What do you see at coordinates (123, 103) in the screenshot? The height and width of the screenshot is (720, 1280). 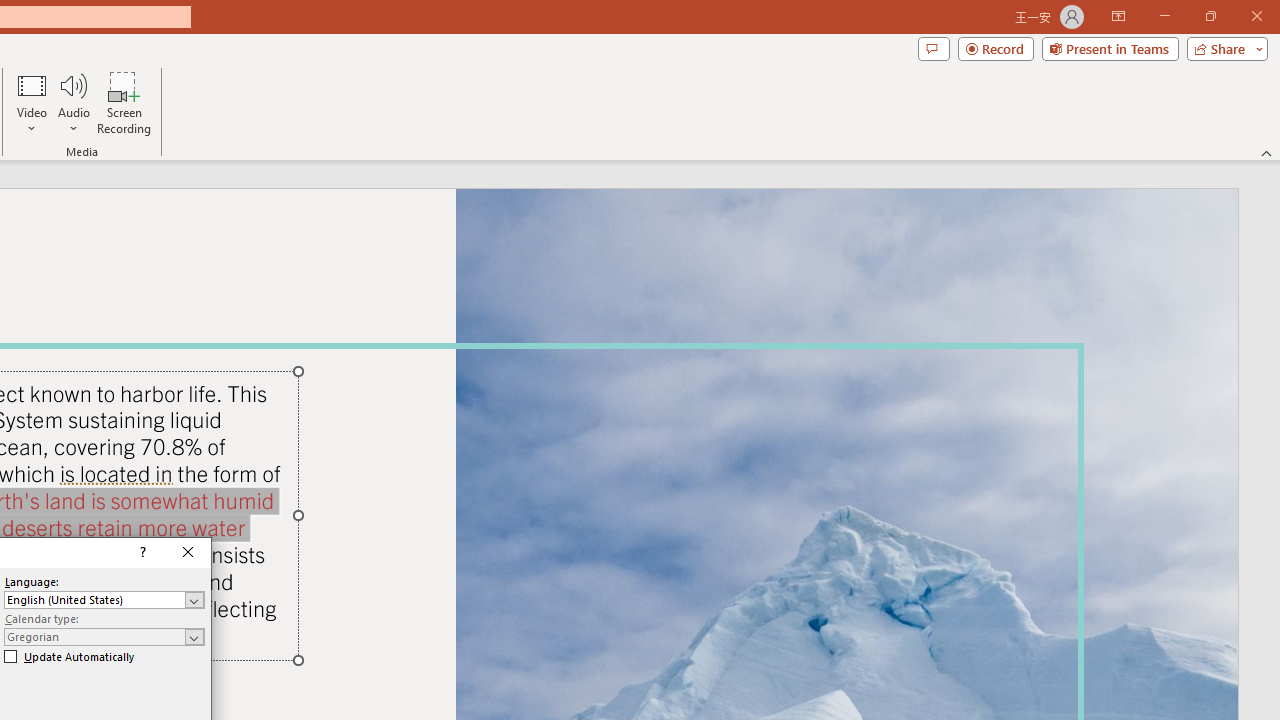 I see `'Screen Recording...'` at bounding box center [123, 103].